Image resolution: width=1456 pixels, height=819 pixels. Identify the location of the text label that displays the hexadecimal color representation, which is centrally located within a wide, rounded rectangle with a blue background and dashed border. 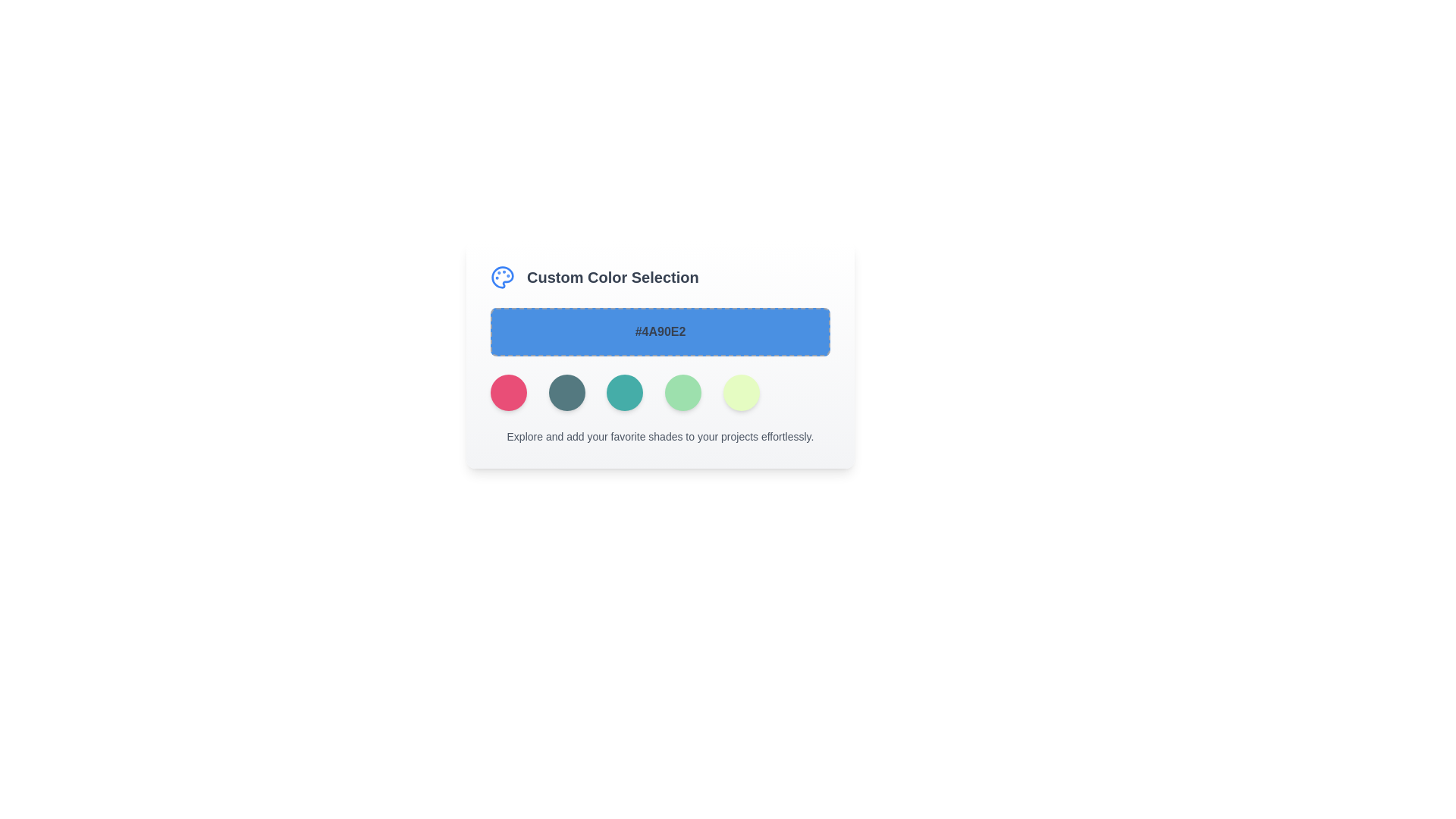
(660, 331).